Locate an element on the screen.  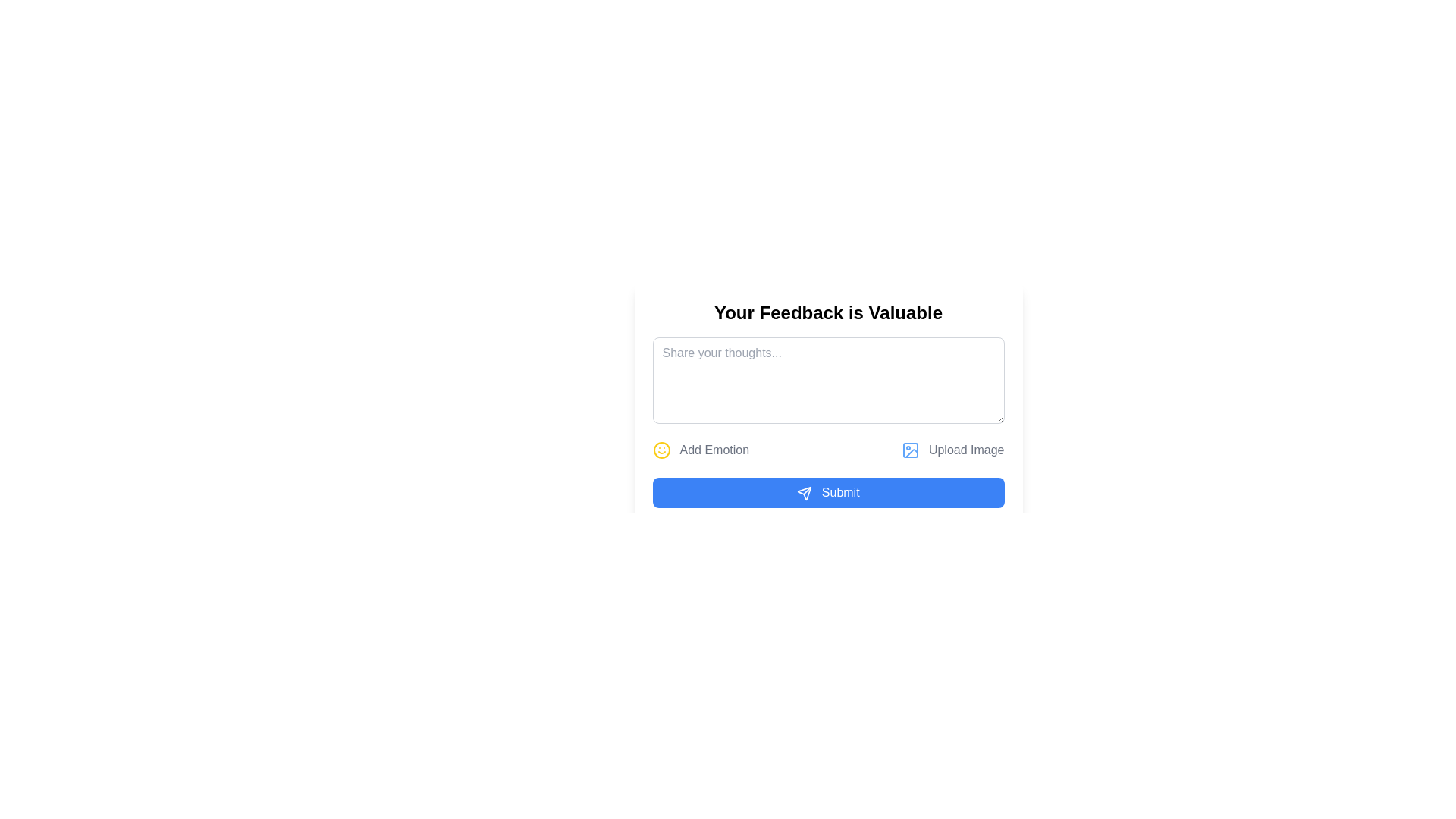
the blue icon button representing an image, located to the right of the 'Add Emotion' button, to upload an image is located at coordinates (910, 450).